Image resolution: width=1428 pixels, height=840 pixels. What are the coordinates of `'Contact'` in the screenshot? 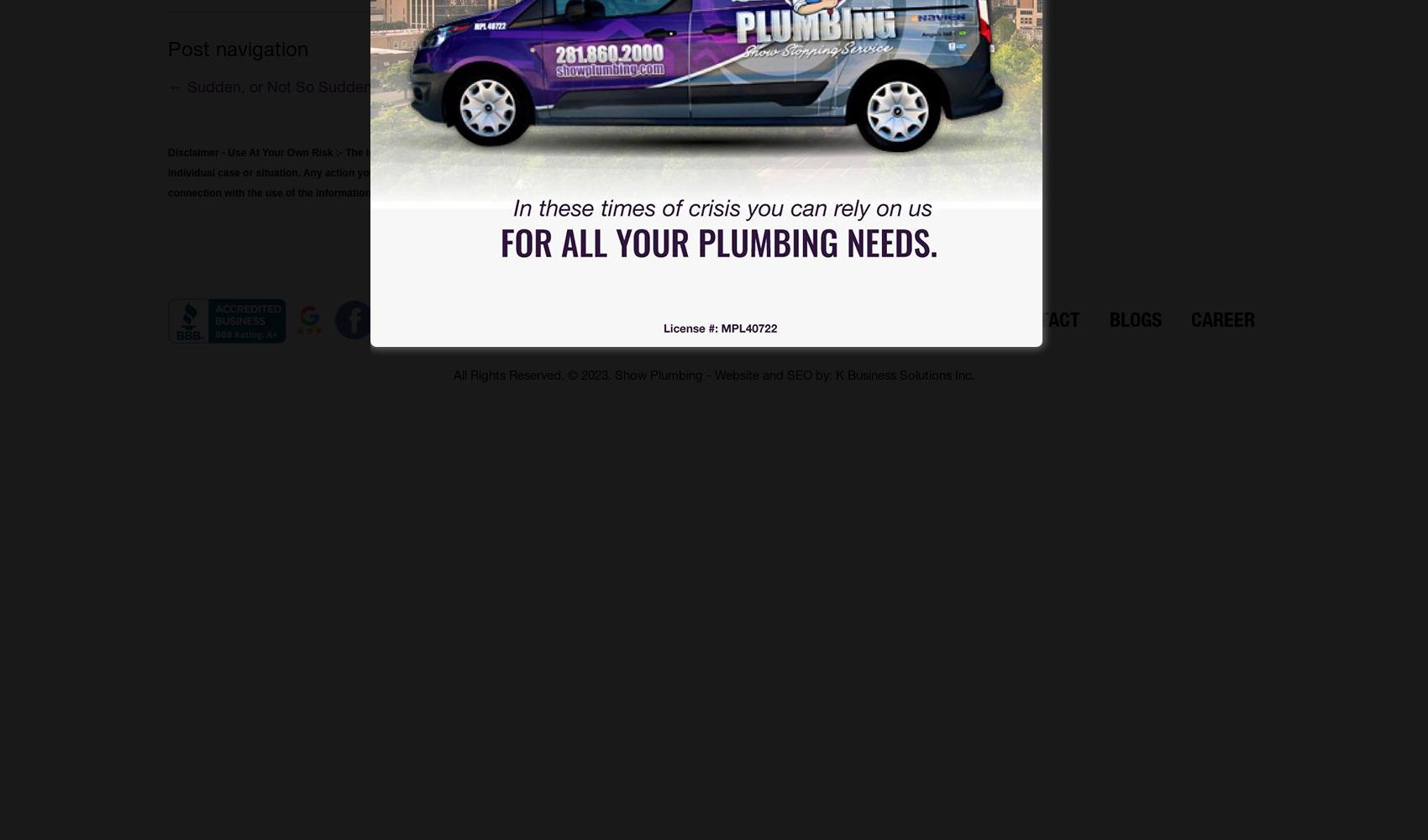 It's located at (1042, 318).